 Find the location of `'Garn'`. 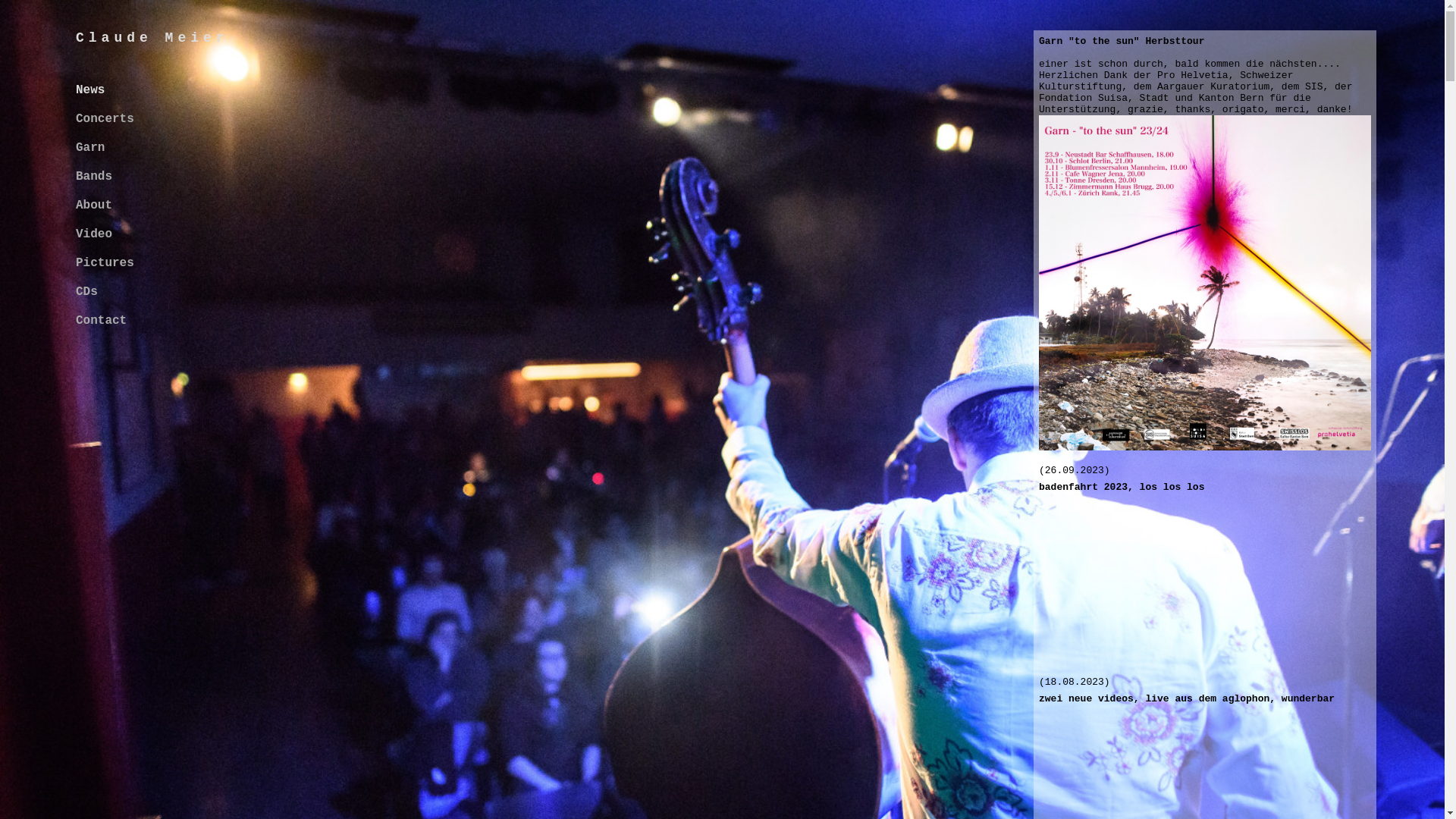

'Garn' is located at coordinates (75, 148).